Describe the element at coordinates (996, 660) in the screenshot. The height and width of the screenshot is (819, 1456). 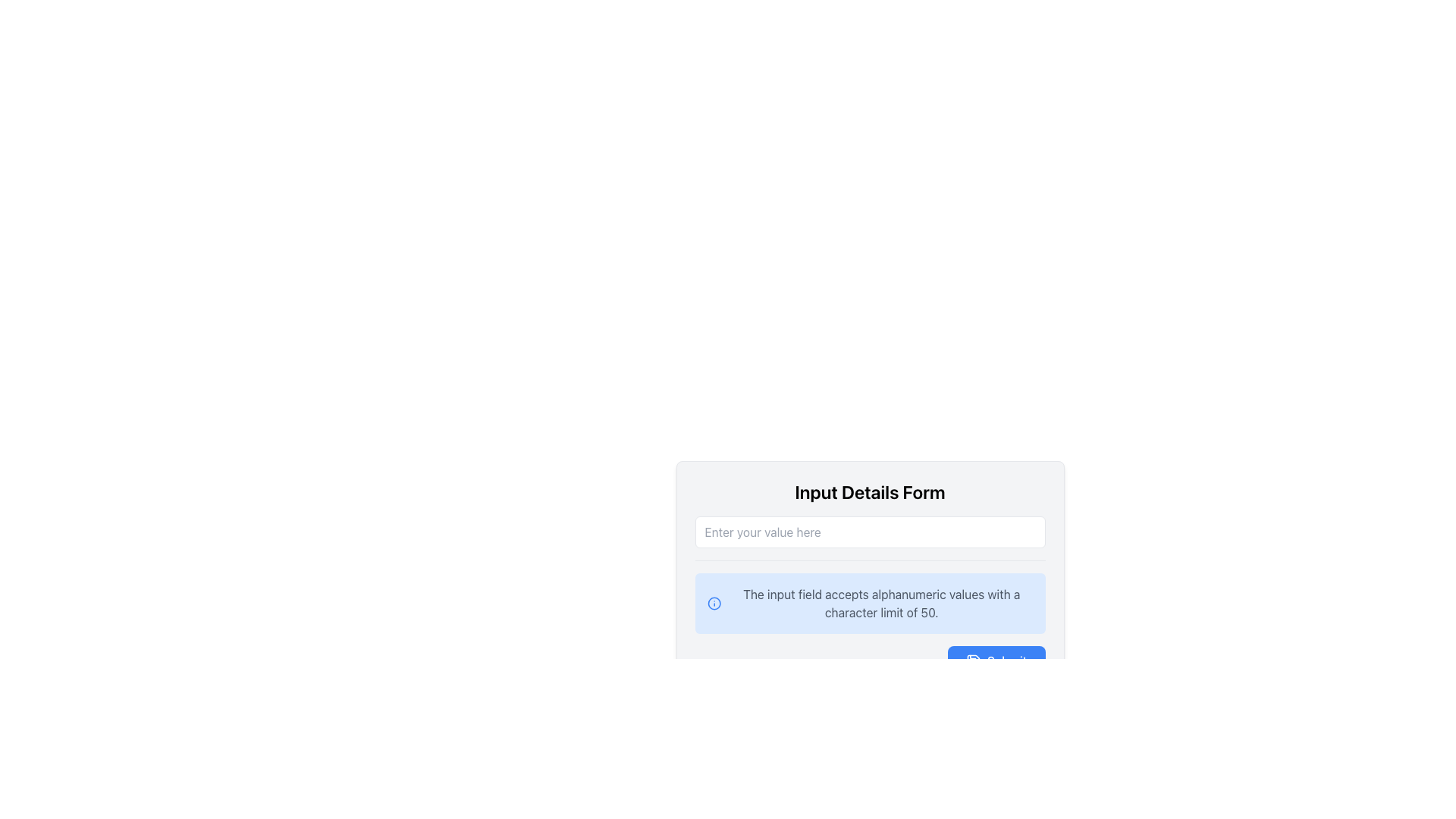
I see `the blue 'Submit' button with rounded corners` at that location.